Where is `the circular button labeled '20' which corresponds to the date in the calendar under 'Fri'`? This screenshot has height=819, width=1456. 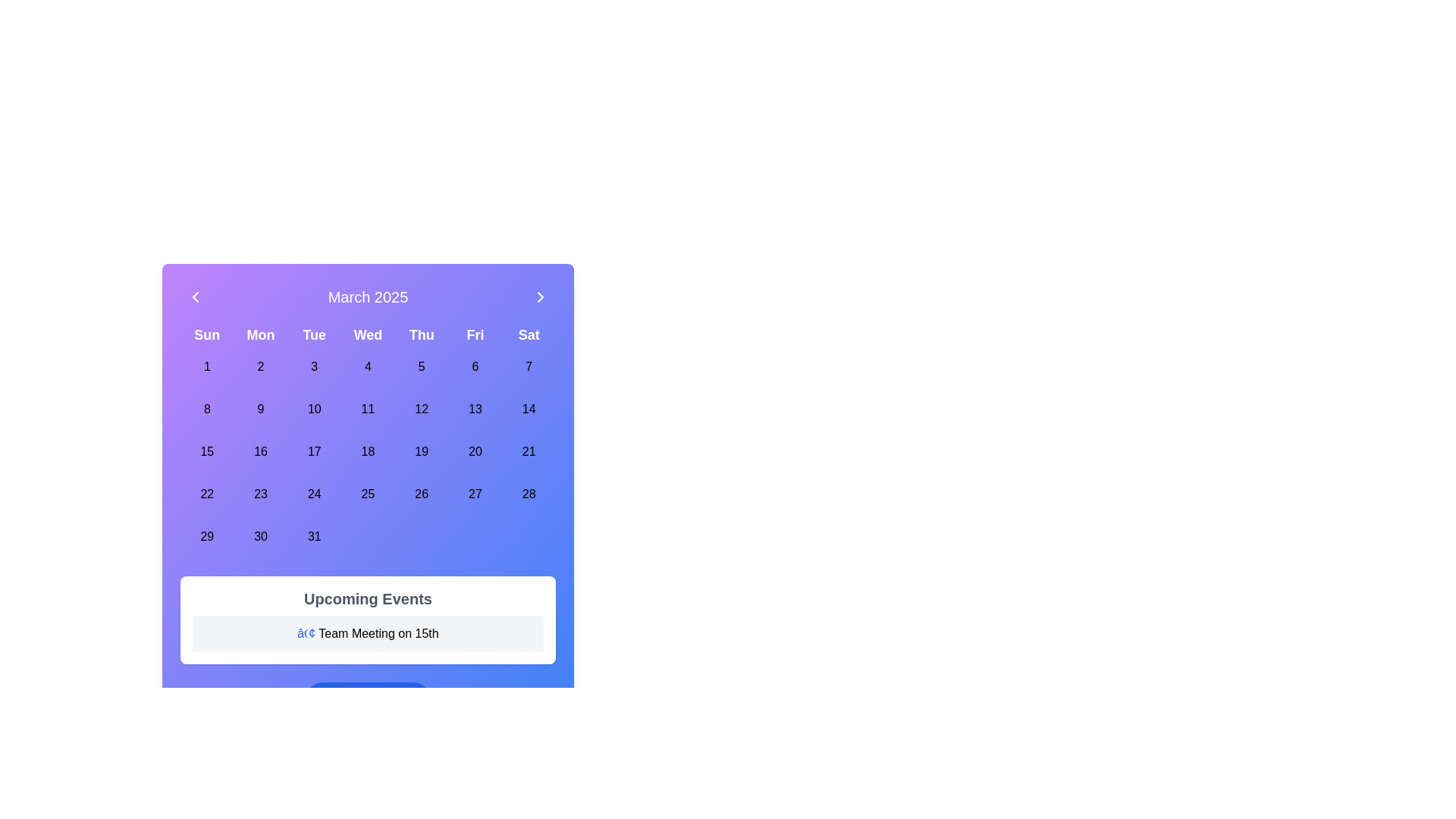 the circular button labeled '20' which corresponds to the date in the calendar under 'Fri' is located at coordinates (474, 451).